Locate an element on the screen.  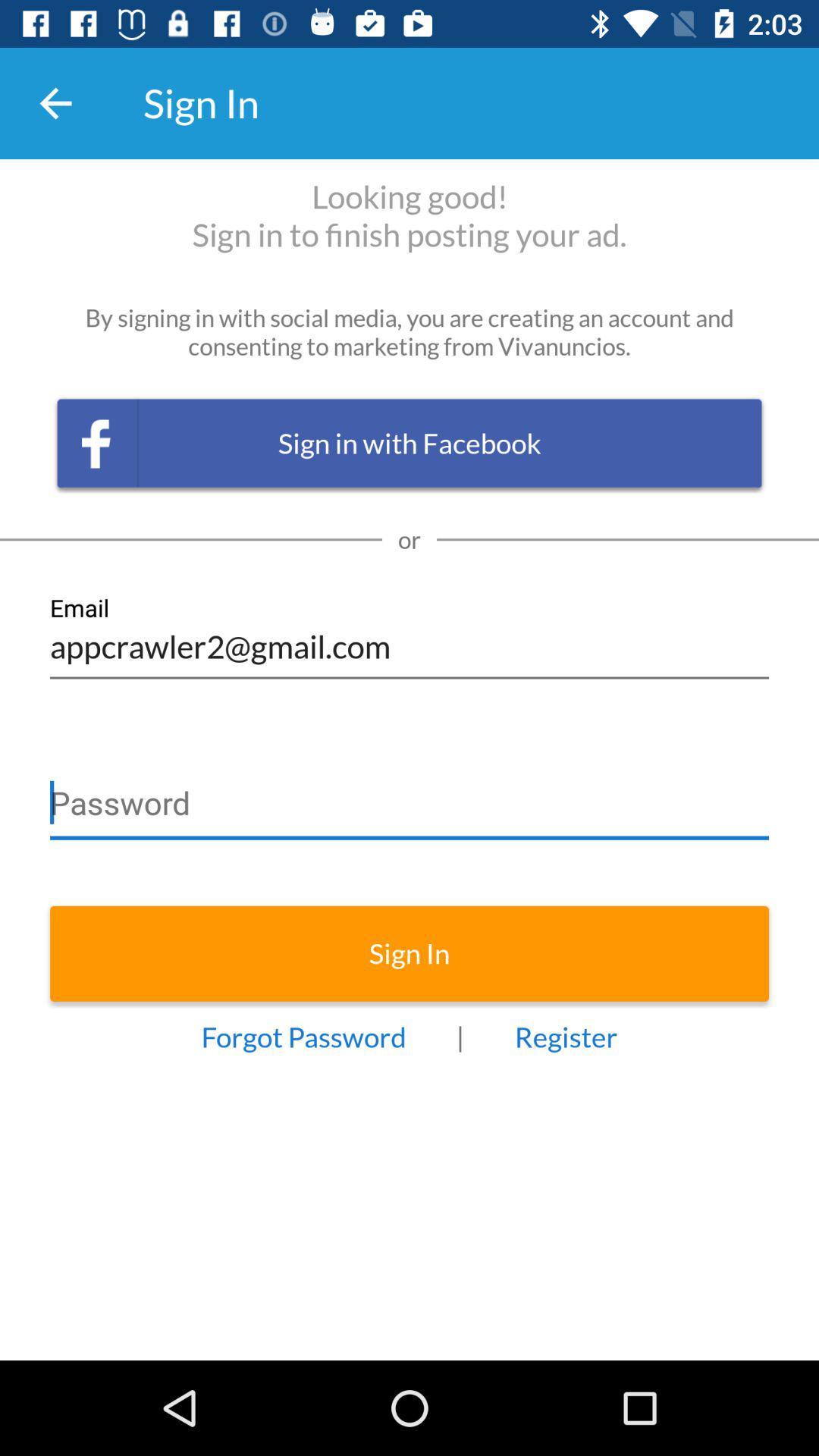
email text box is located at coordinates (409, 637).